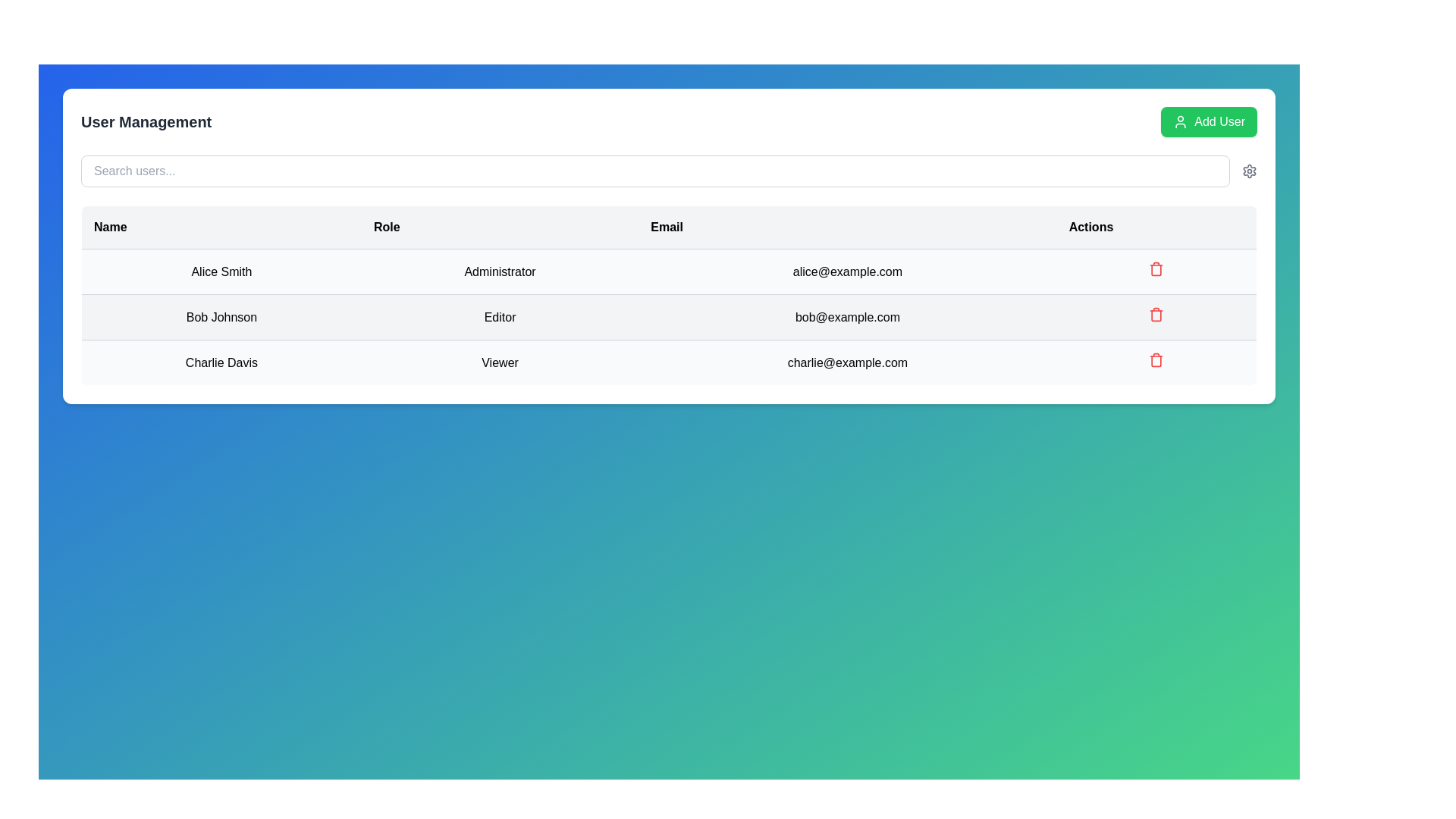 This screenshot has height=819, width=1456. I want to click on the static text displaying the user's email address located in the third row of the user management table, so click(847, 362).